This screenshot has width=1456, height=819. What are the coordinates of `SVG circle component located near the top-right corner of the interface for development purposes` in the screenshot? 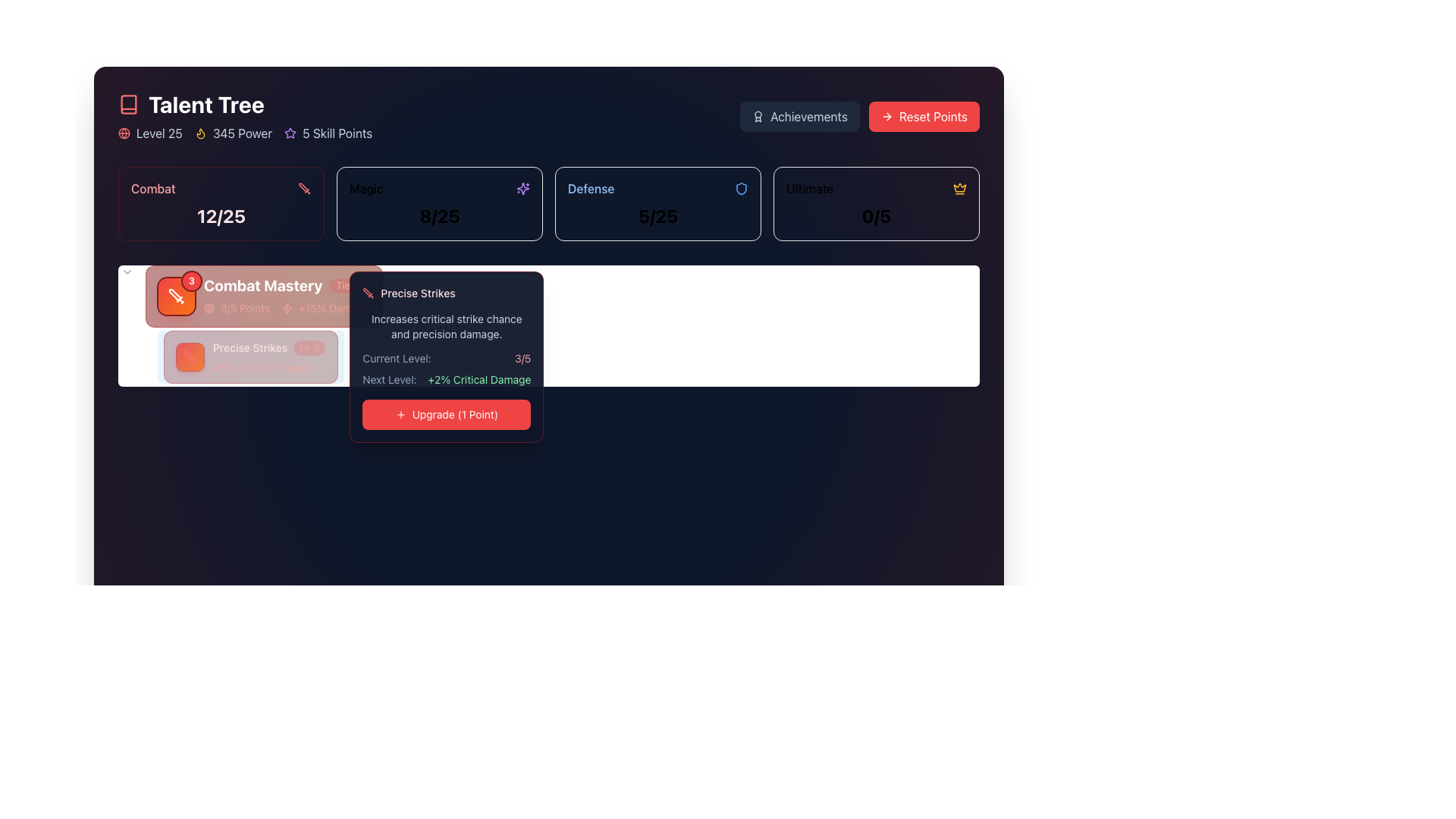 It's located at (994, 242).